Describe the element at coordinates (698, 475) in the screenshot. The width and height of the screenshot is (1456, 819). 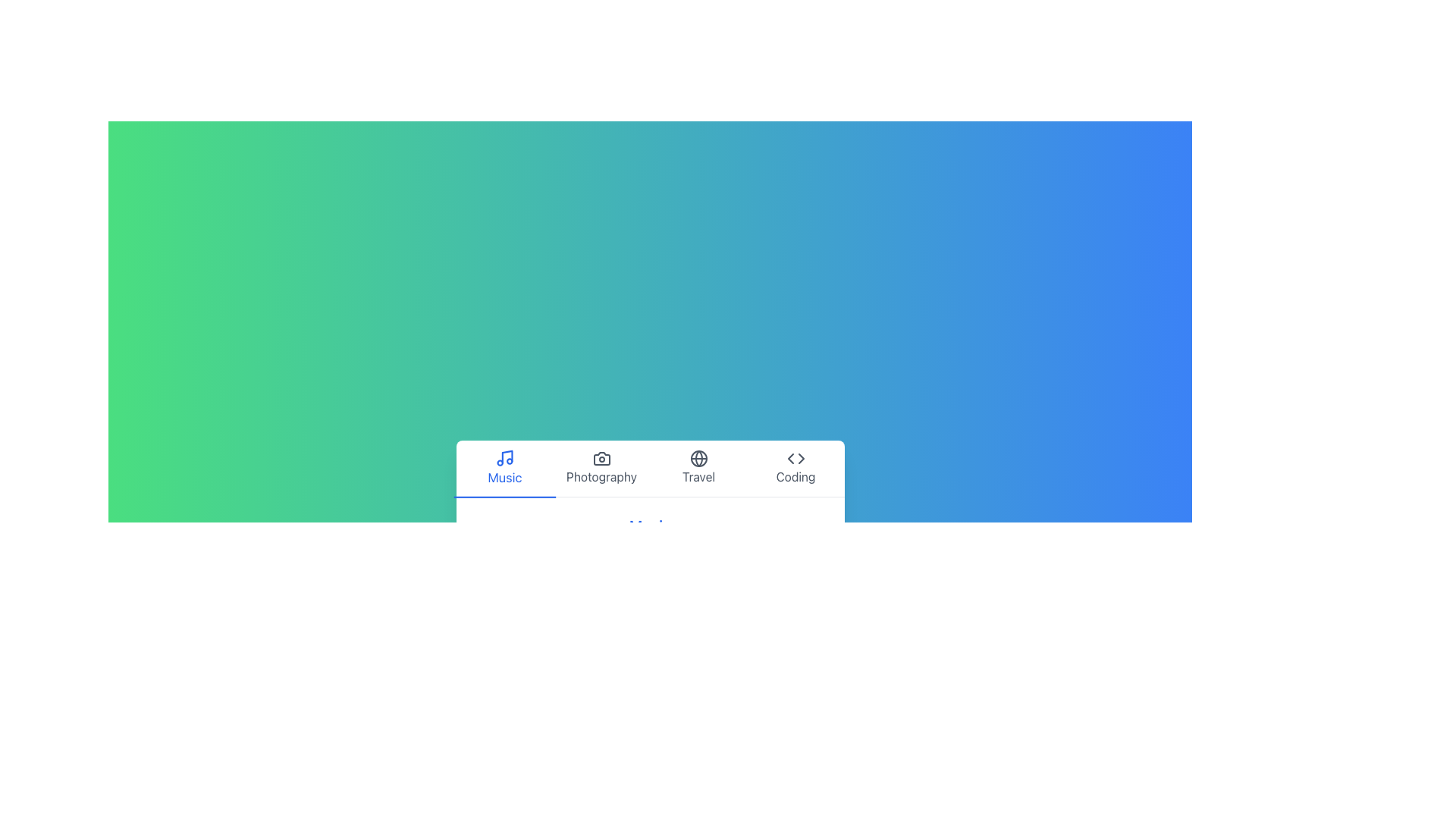
I see `the 'Travel' text label in the horizontal navigation menu` at that location.